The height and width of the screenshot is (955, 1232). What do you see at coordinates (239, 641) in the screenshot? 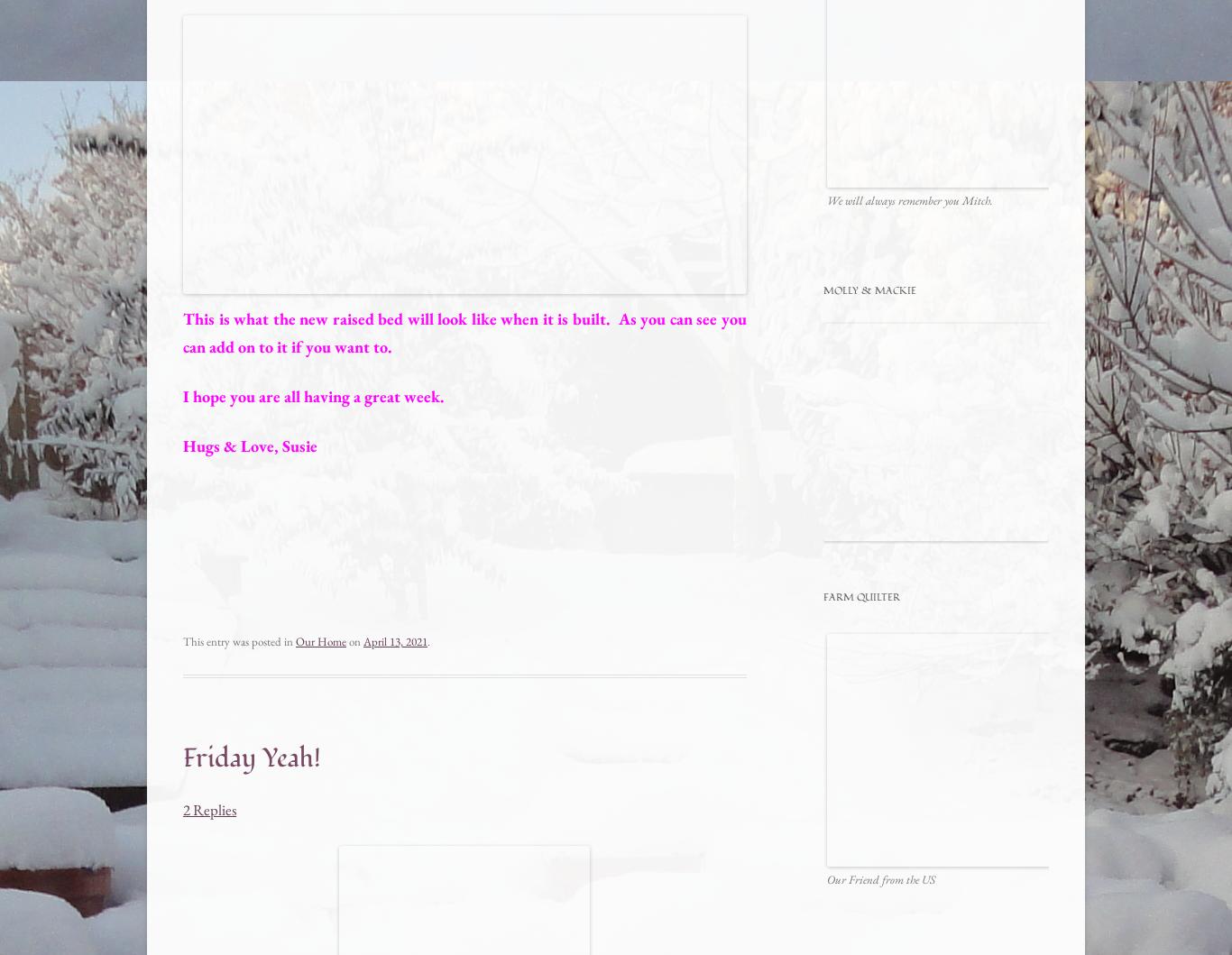
I see `'This entry was posted in'` at bounding box center [239, 641].